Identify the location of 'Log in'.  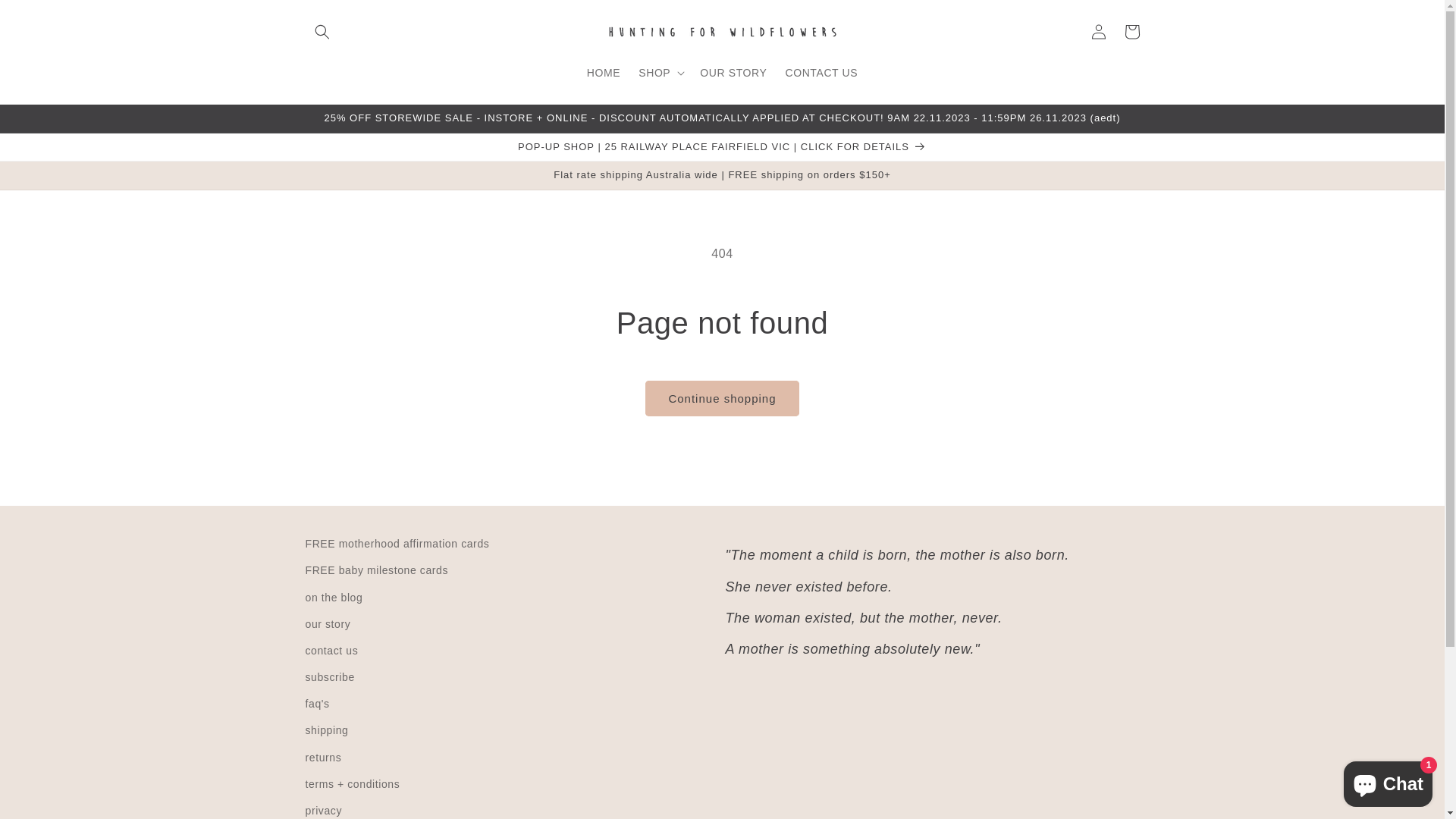
(1098, 32).